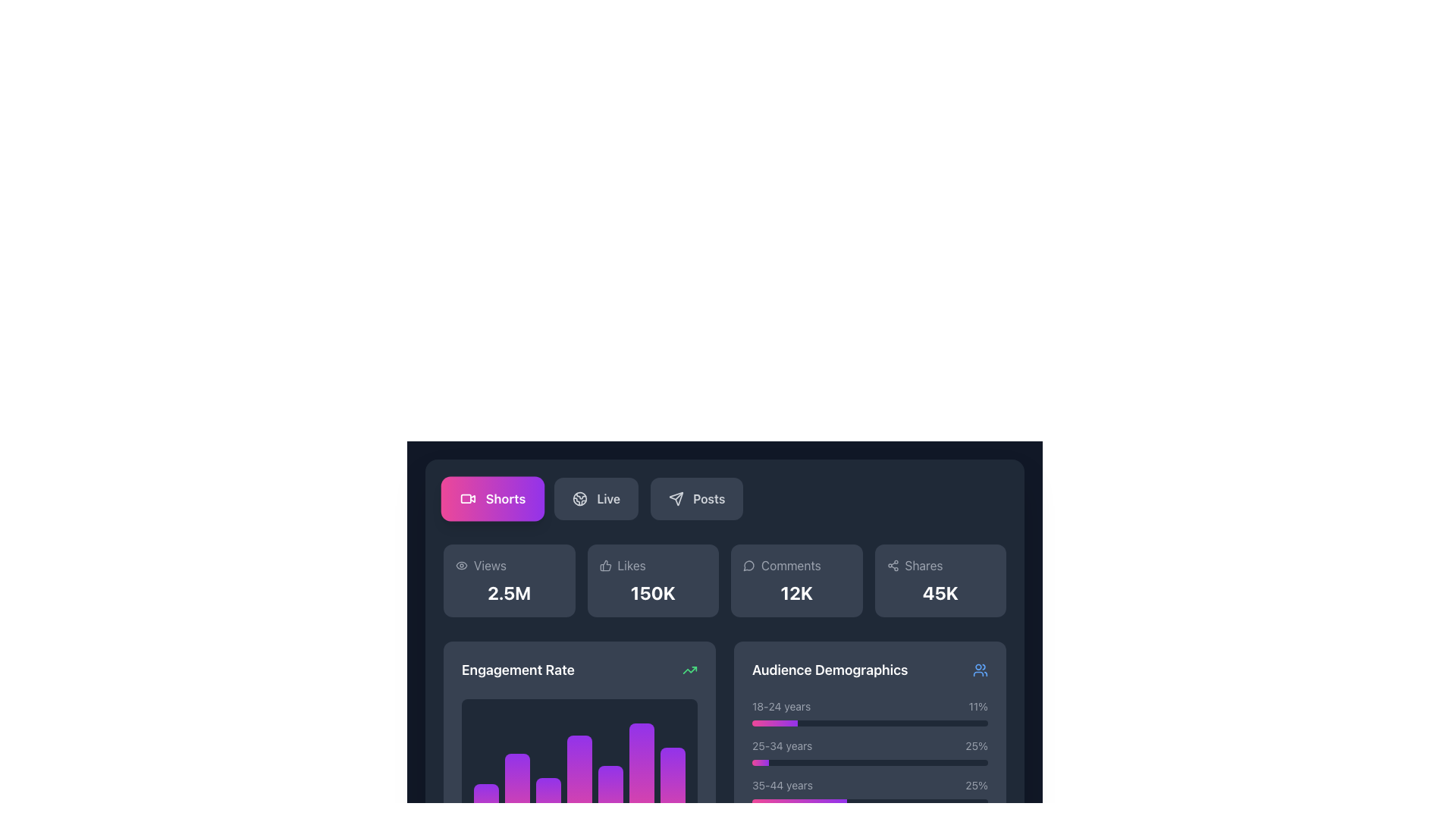 This screenshot has height=819, width=1456. I want to click on the text label 'Posts' which is styled in a bold font and located inside a button with a dark background, positioned to the right of two other buttons labeled 'Shorts' and 'Live', so click(708, 499).